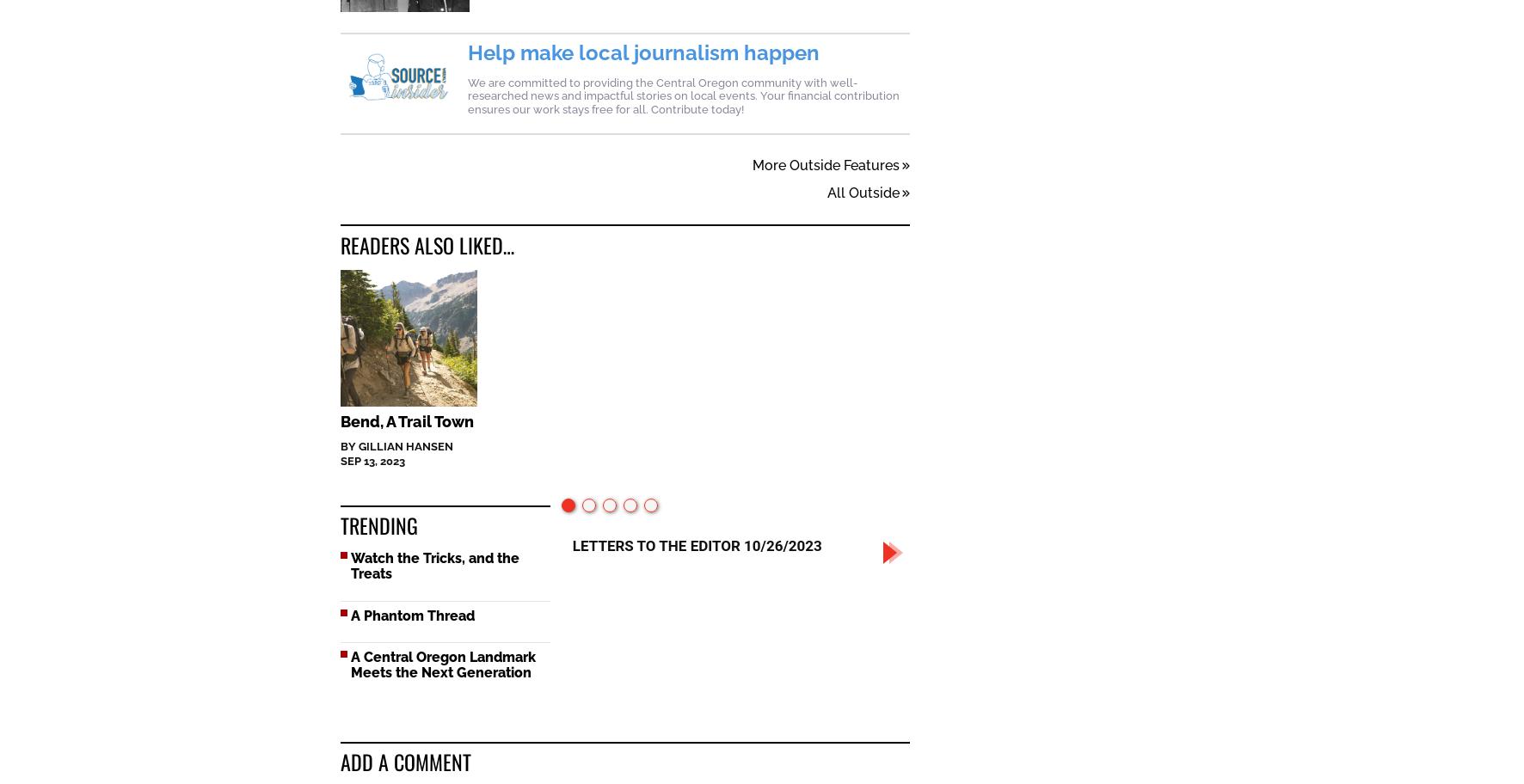 The width and height of the screenshot is (1524, 784). Describe the element at coordinates (571, 548) in the screenshot. I see `'Halloween Is A Drag!'` at that location.